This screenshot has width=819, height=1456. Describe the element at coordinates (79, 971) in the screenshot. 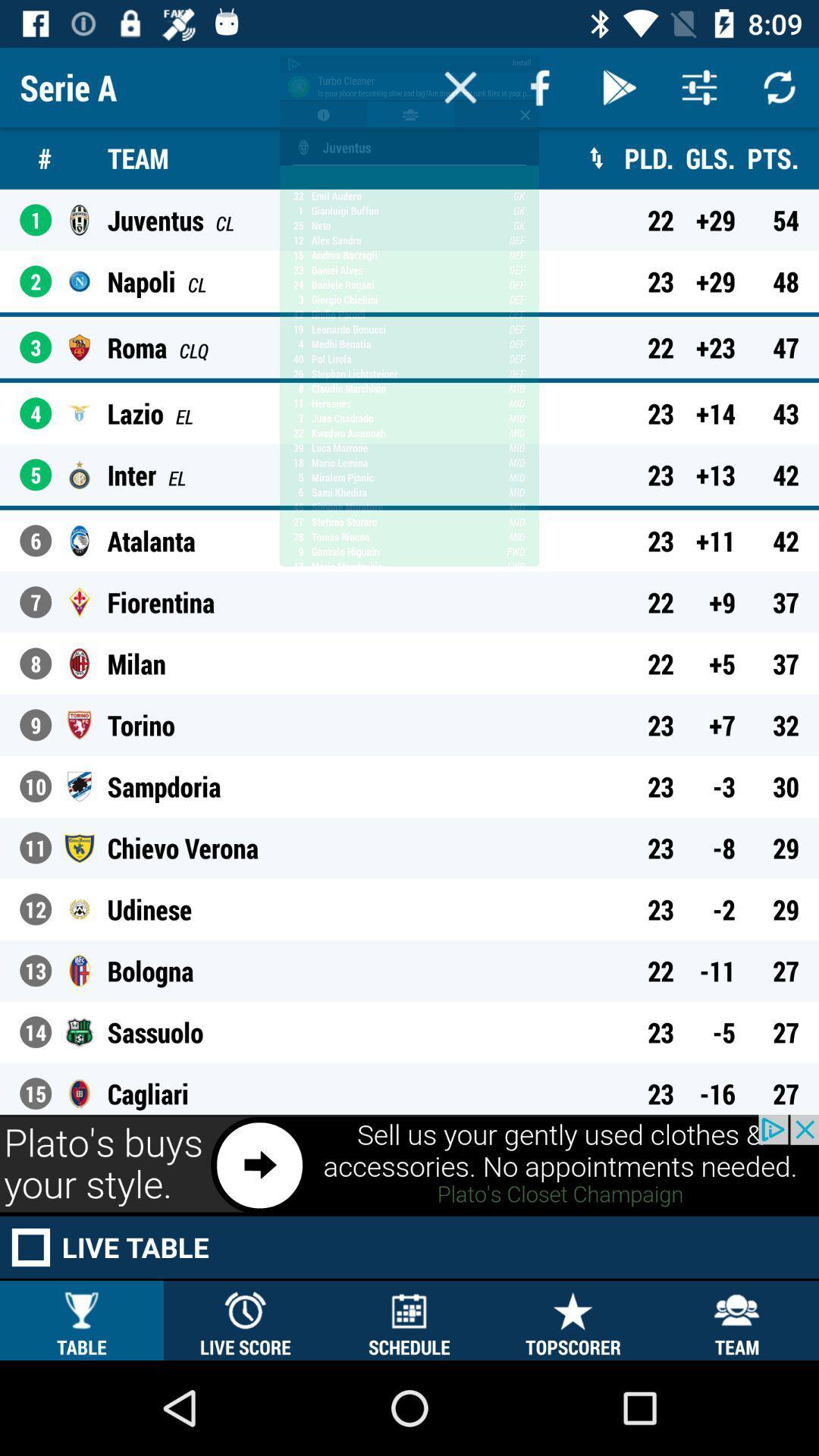

I see `third logo from bottom` at that location.